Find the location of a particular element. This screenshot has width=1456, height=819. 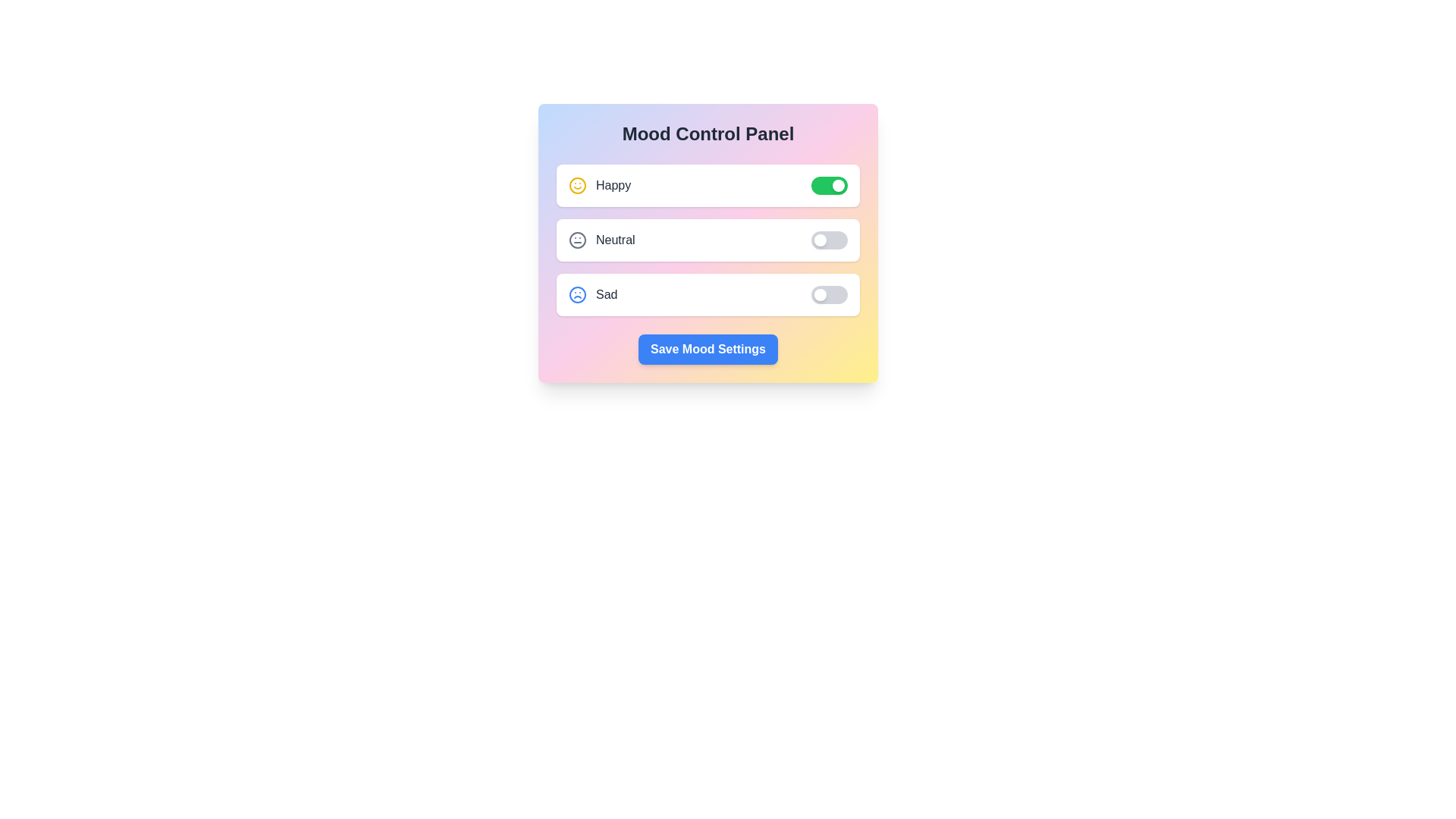

the 'Save Mood Settings' button is located at coordinates (708, 350).